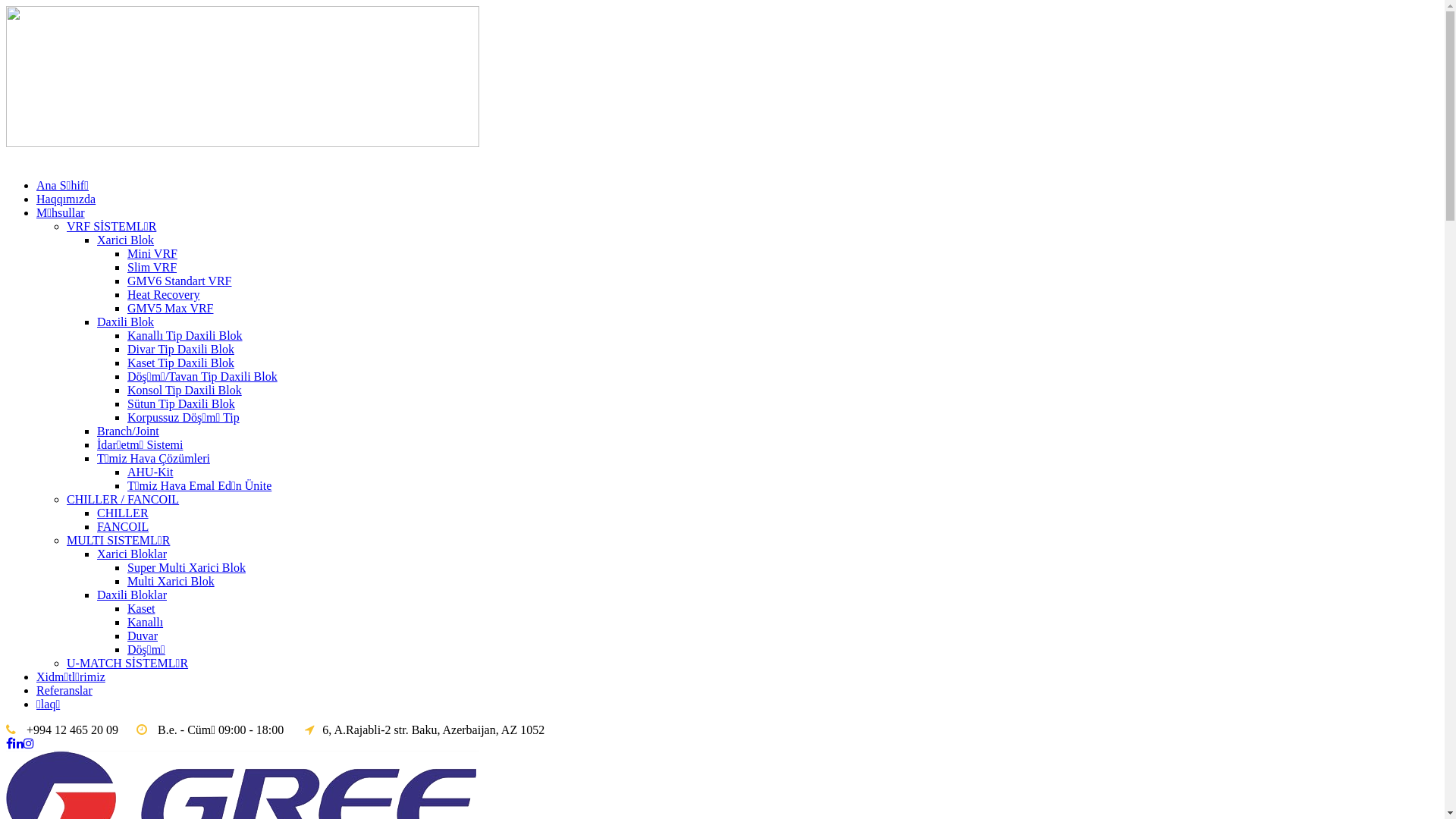 This screenshot has height=819, width=1456. Describe the element at coordinates (184, 389) in the screenshot. I see `'Konsol Tip Daxili Blok'` at that location.